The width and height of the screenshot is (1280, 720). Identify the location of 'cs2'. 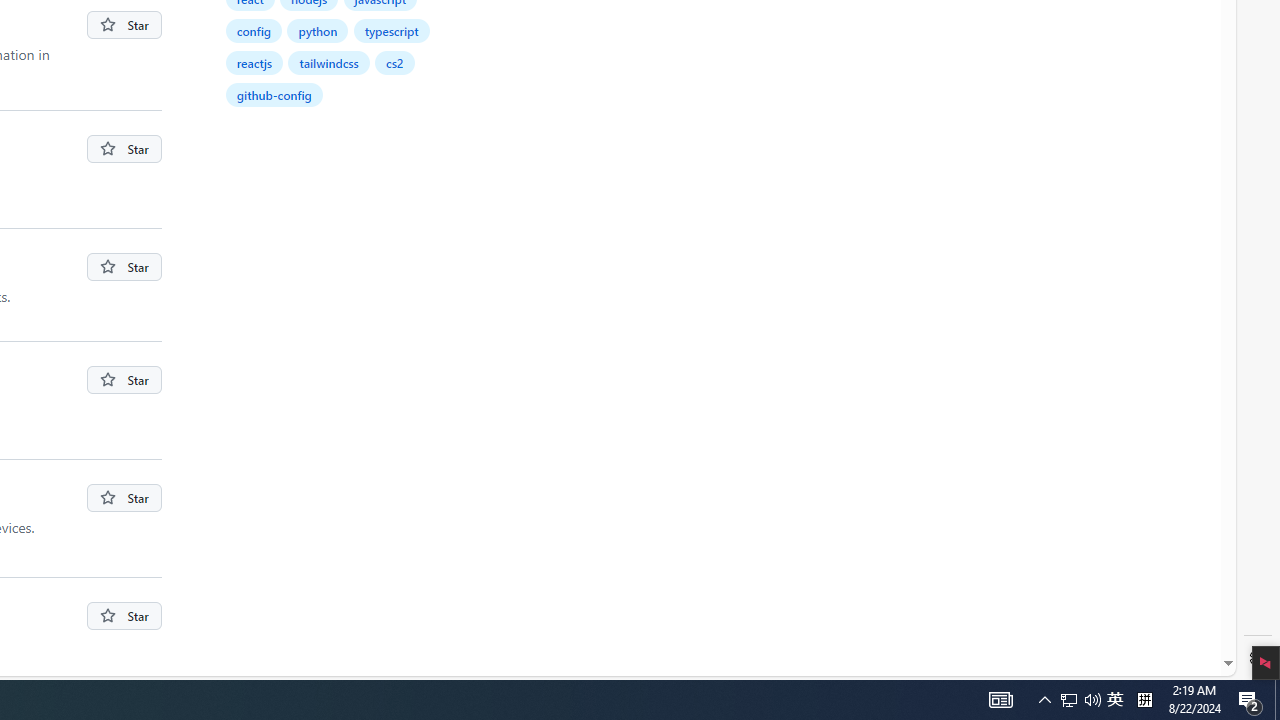
(394, 61).